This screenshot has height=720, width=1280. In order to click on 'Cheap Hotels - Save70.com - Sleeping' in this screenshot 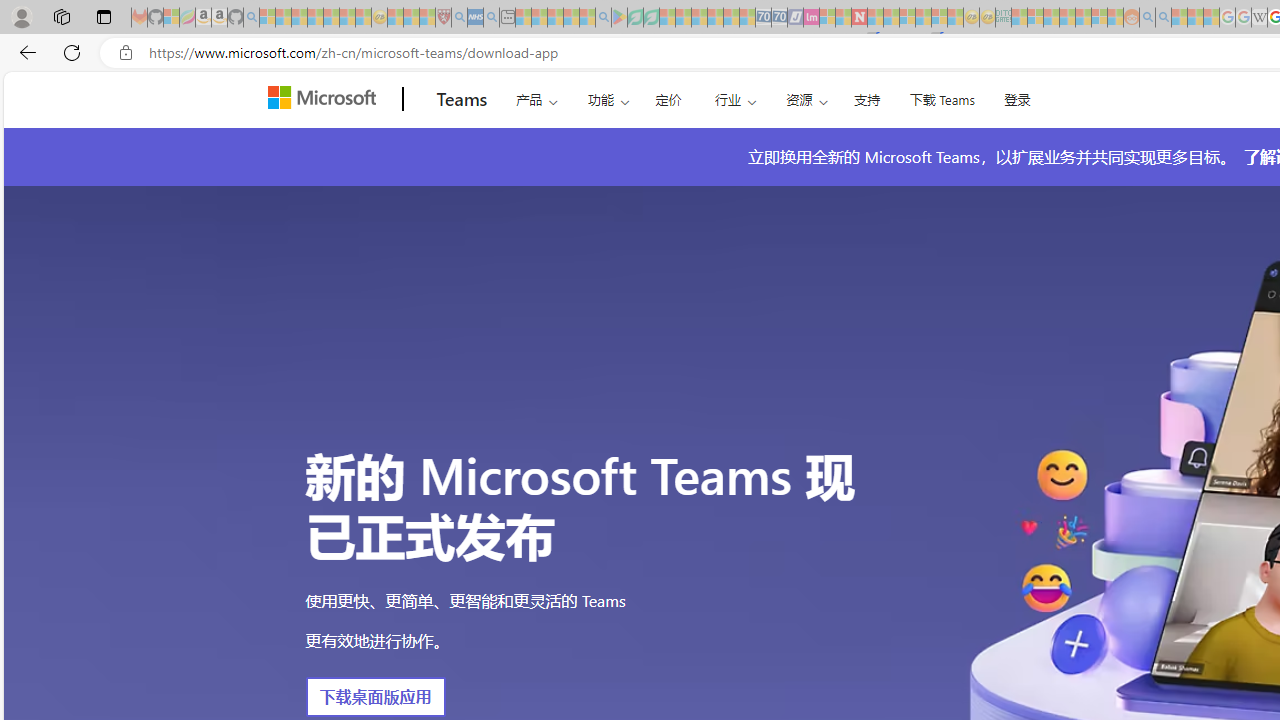, I will do `click(778, 17)`.